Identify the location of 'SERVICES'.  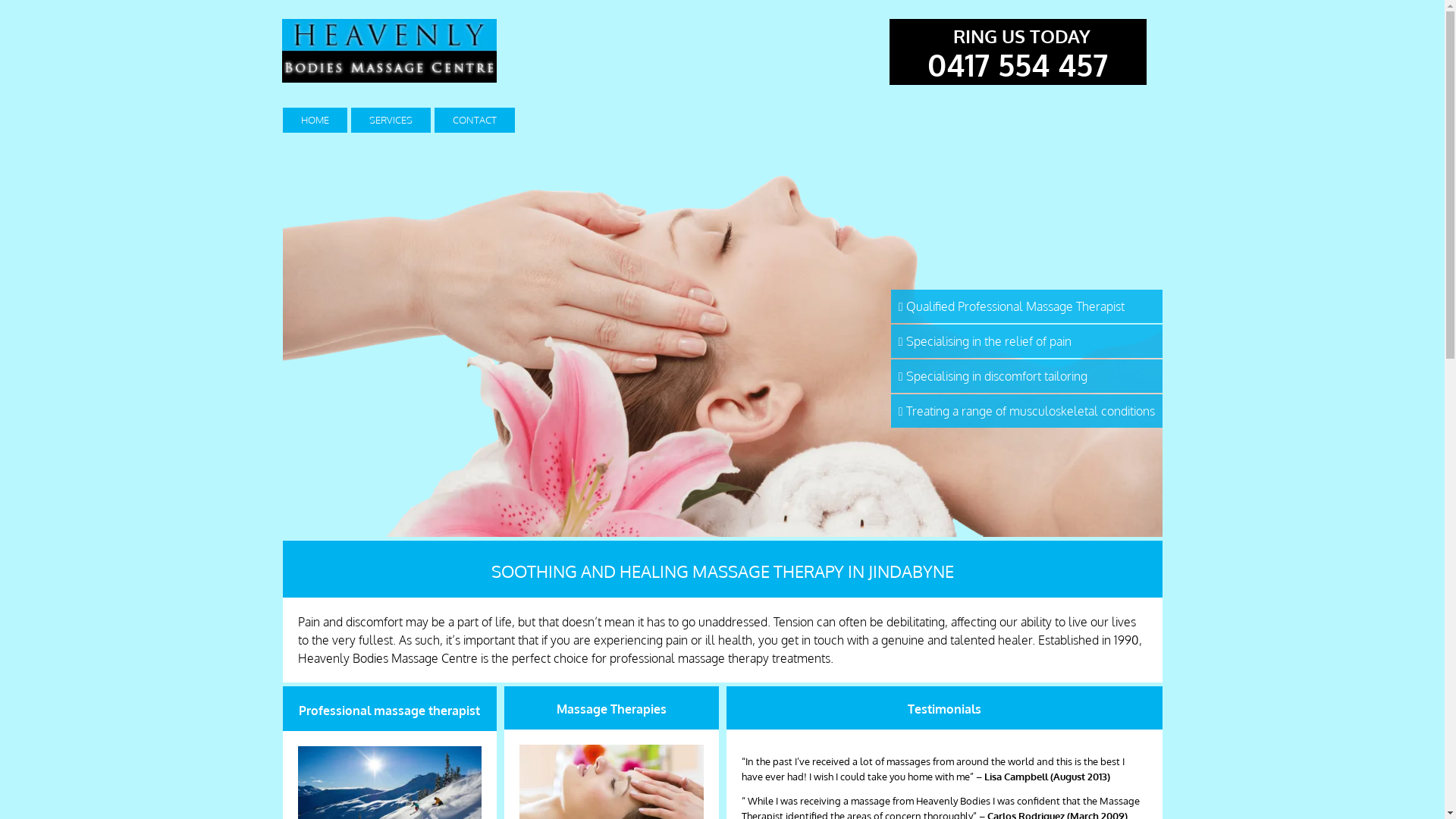
(390, 119).